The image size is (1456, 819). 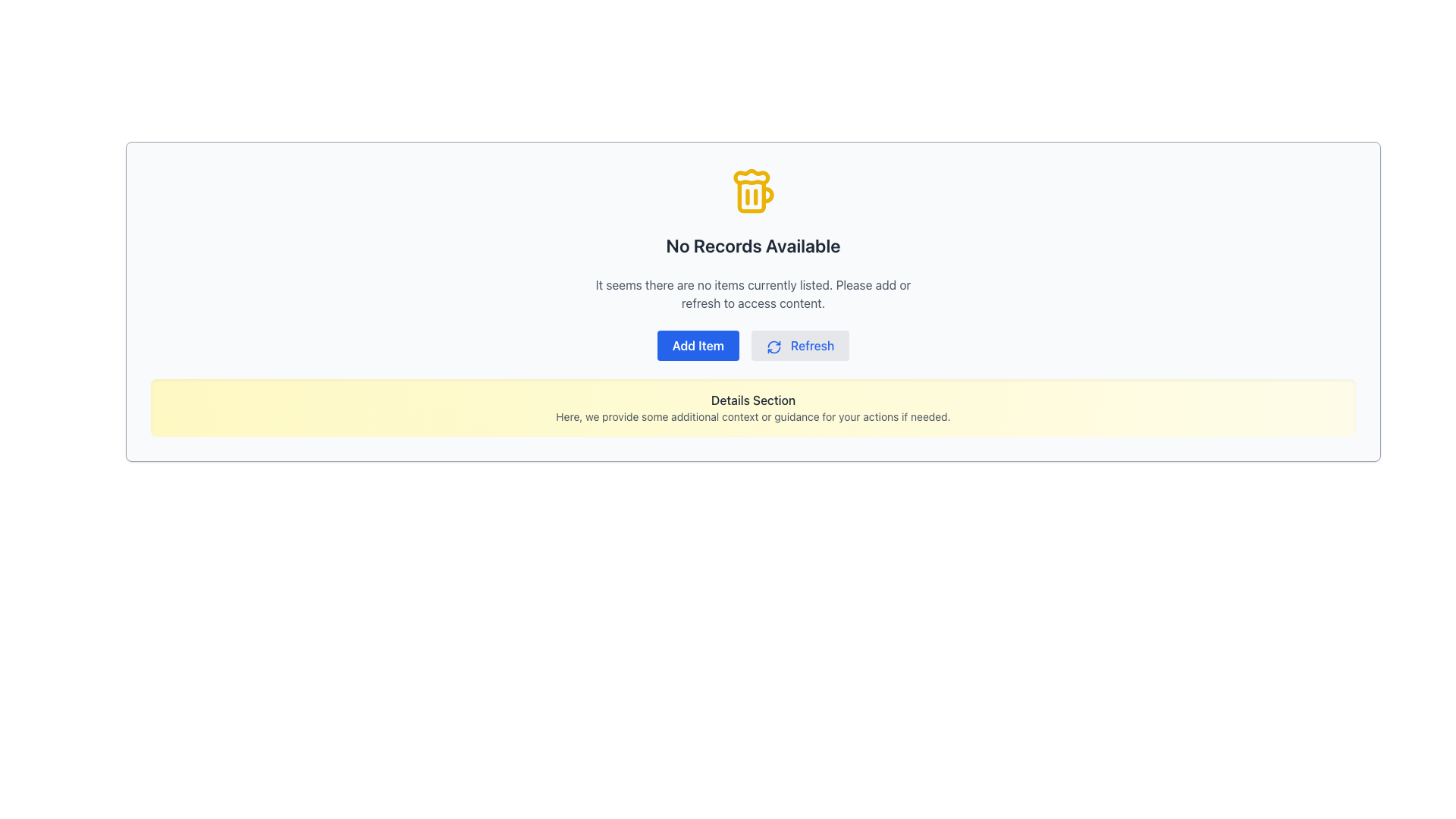 What do you see at coordinates (753, 345) in the screenshot?
I see `the 'Refresh' button in the horizontal group of buttons positioned below the no records message and above the additional details section` at bounding box center [753, 345].